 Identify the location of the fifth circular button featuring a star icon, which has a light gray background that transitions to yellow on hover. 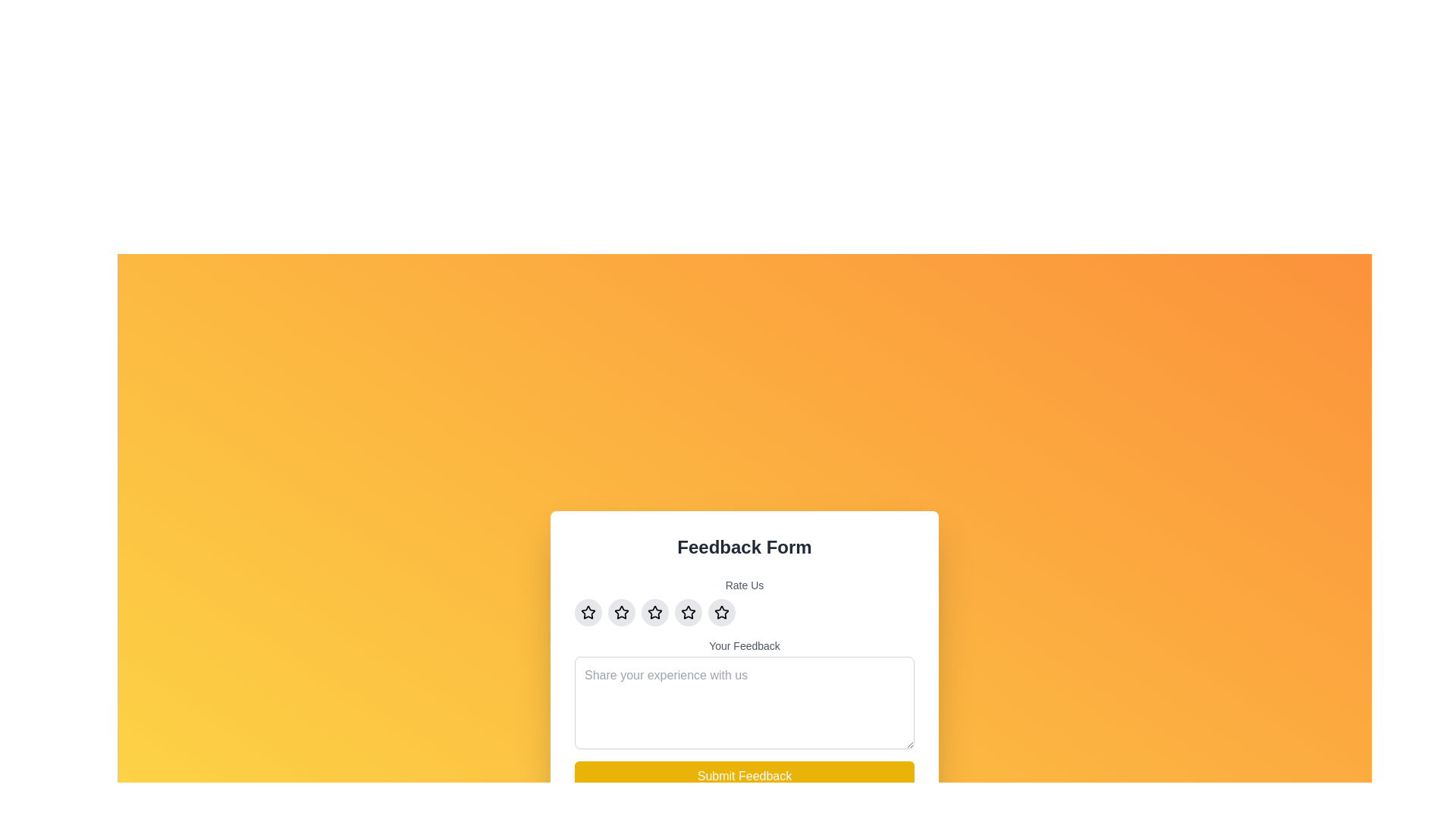
(720, 611).